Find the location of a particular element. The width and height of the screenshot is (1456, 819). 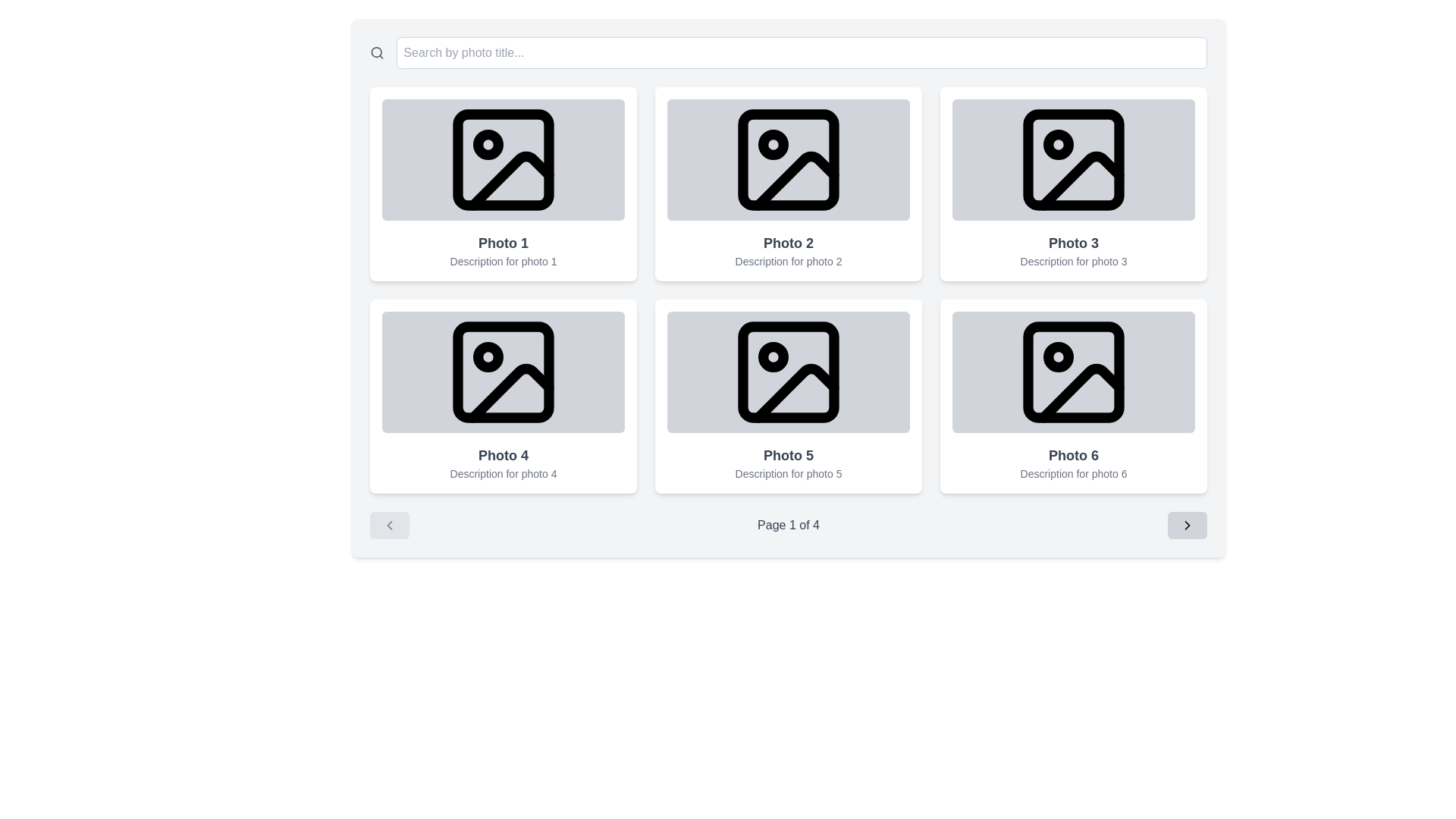

the image placeholder or thumbnail graphic styled like a generic image representation with a black outline, located in the fourth cell of the grid layout for 'Photo 4' is located at coordinates (503, 372).